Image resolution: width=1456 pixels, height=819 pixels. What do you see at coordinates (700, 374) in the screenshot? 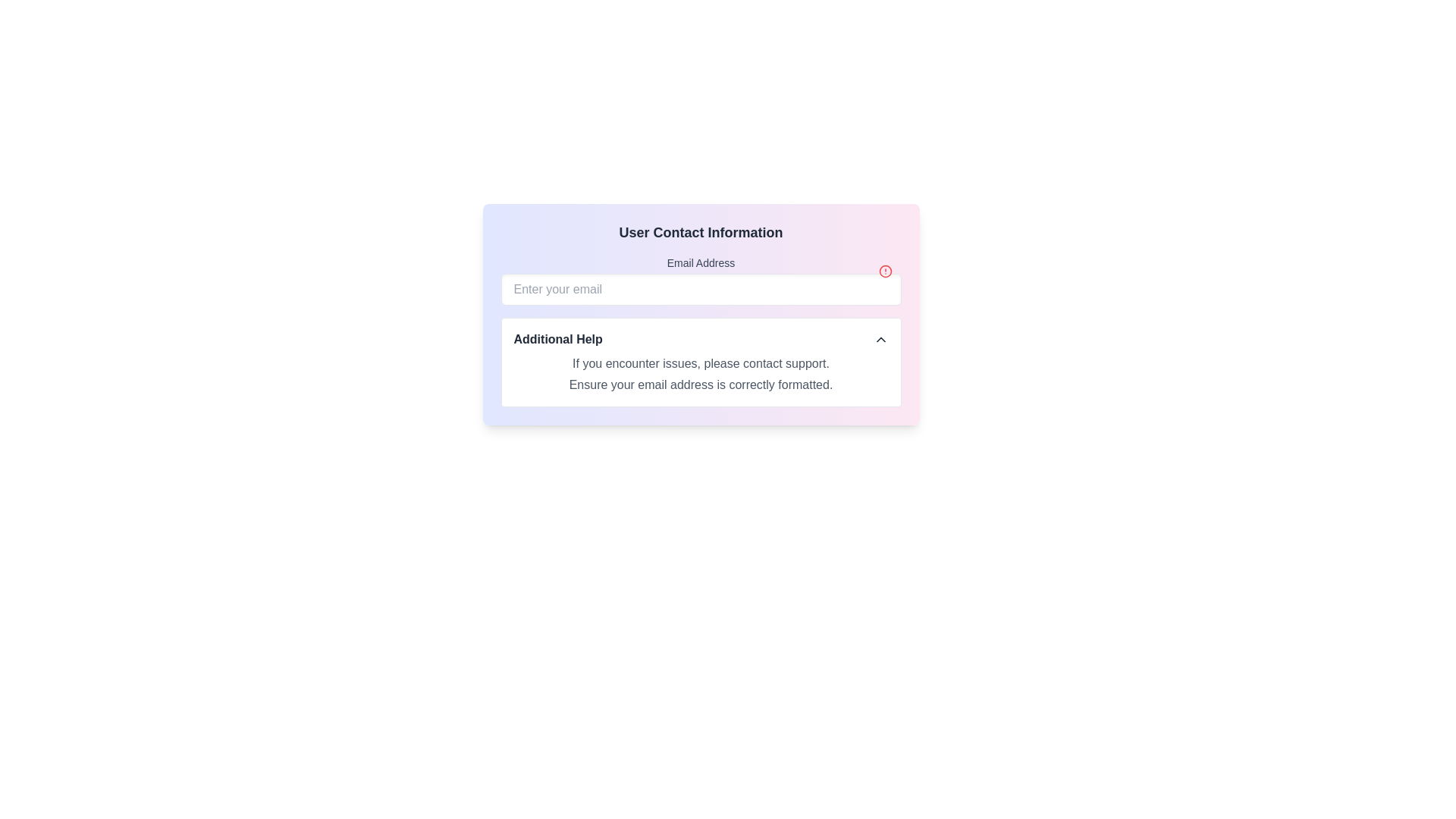
I see `informational text block located under the 'Additional Help' header, which contains guidance on contacting support and email formatting` at bounding box center [700, 374].